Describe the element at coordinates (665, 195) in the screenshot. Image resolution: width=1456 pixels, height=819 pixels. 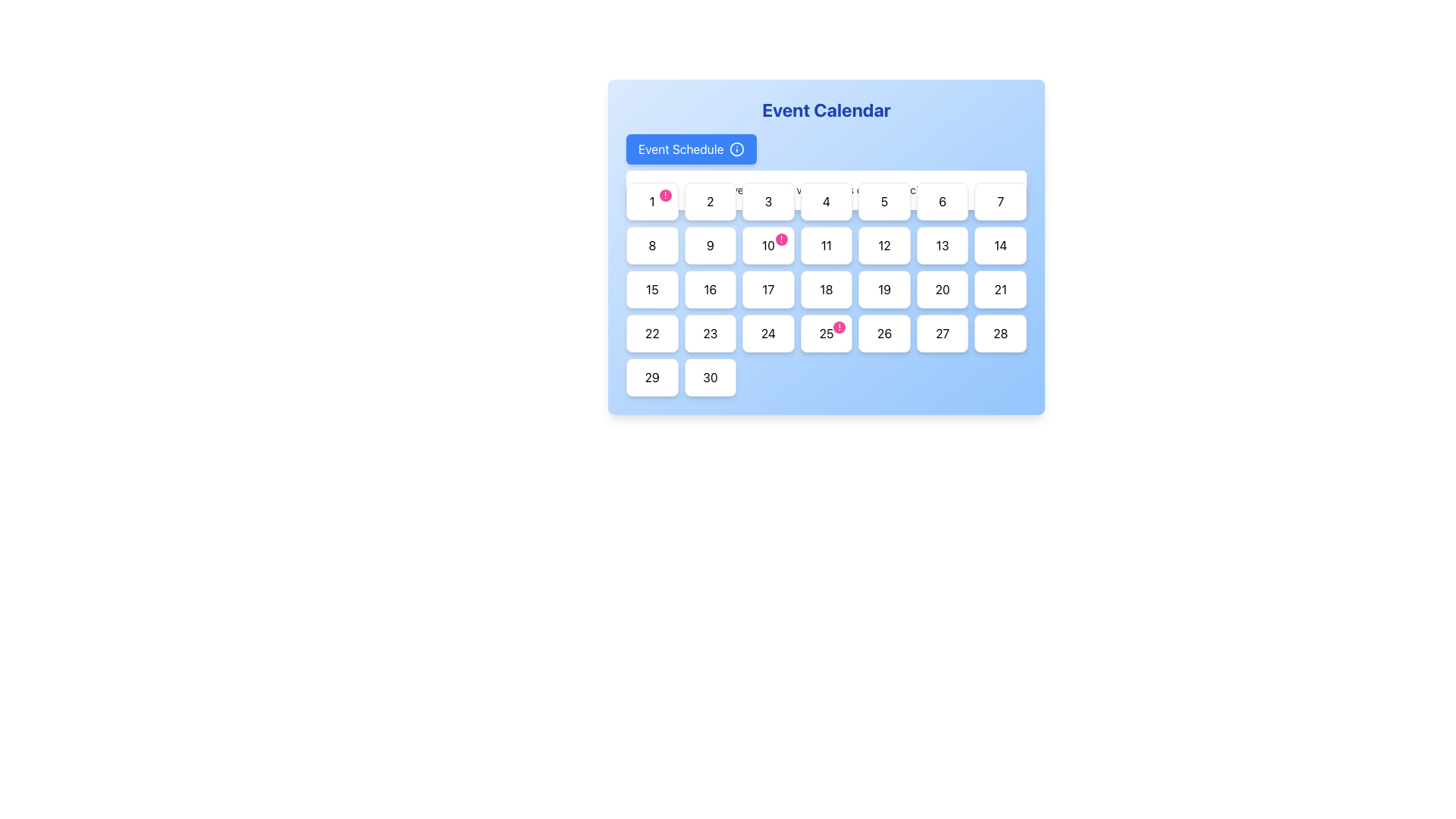
I see `the Notification Badge at the top-right corner of the calendar cell labeled '1' in the Event Calendar interface` at that location.